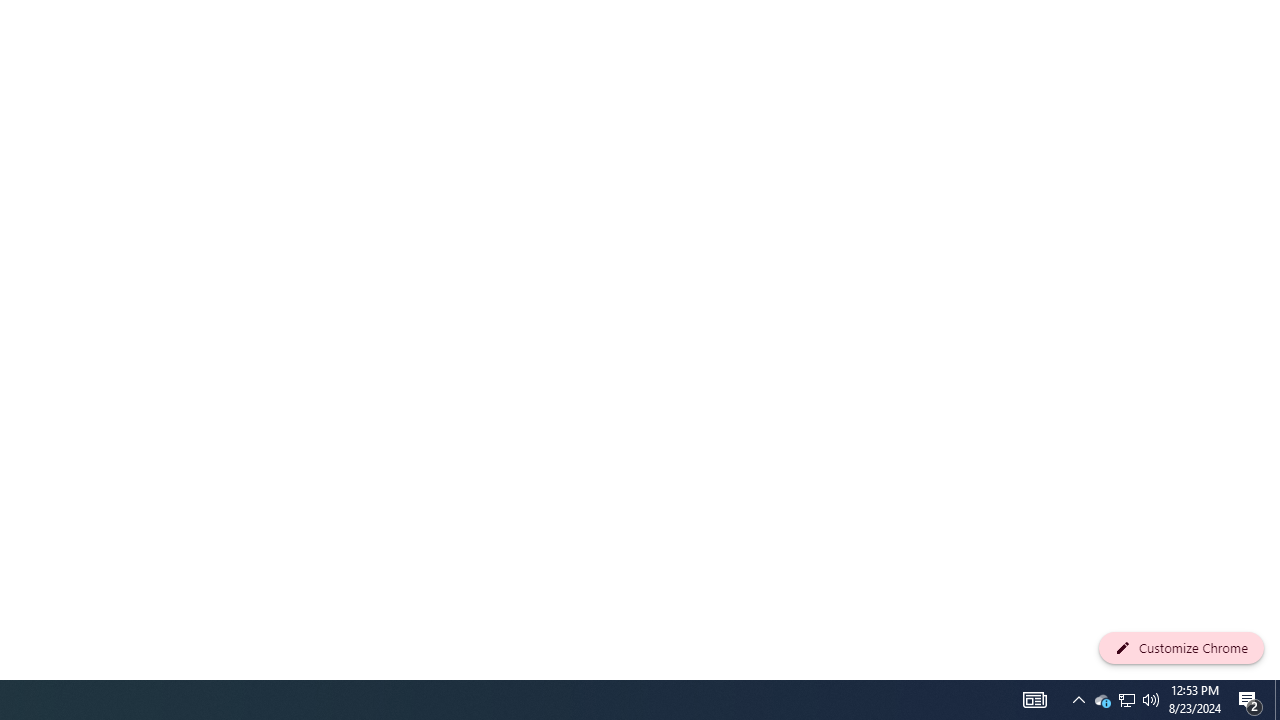 Image resolution: width=1280 pixels, height=720 pixels. What do you see at coordinates (1181, 648) in the screenshot?
I see `'Customize Chrome'` at bounding box center [1181, 648].